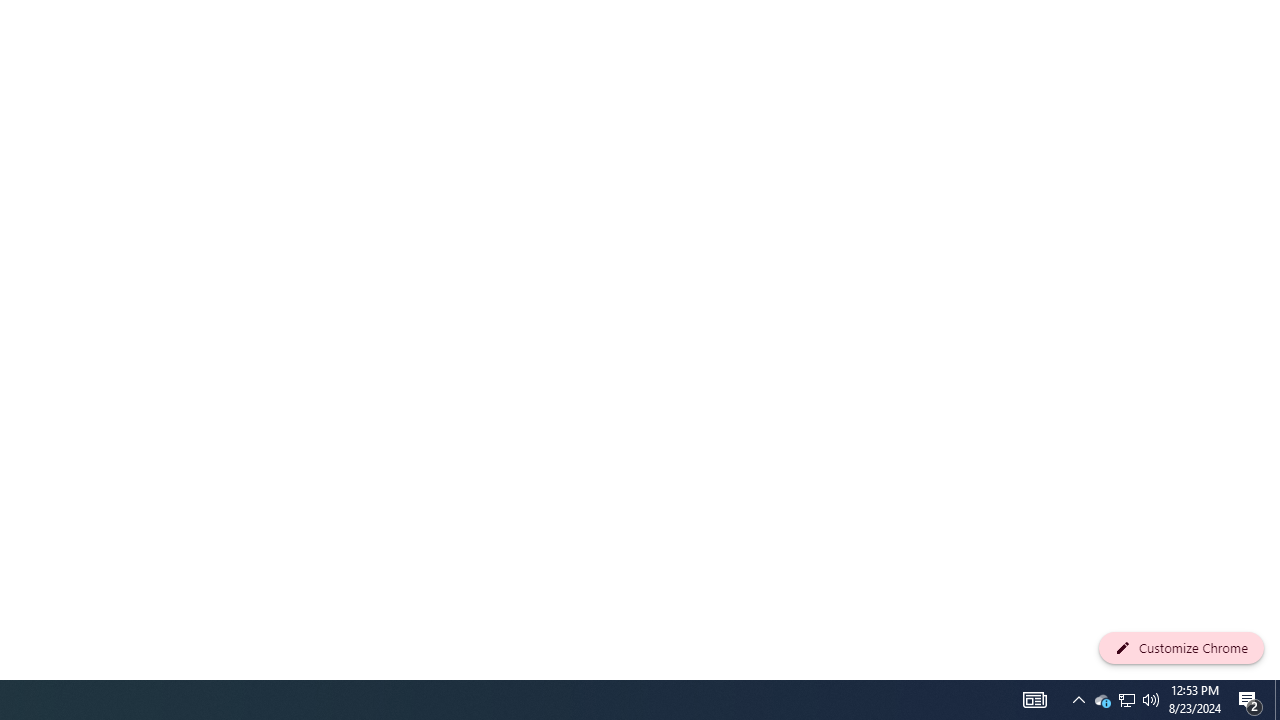 Image resolution: width=1280 pixels, height=720 pixels. What do you see at coordinates (1181, 648) in the screenshot?
I see `'Customize Chrome'` at bounding box center [1181, 648].